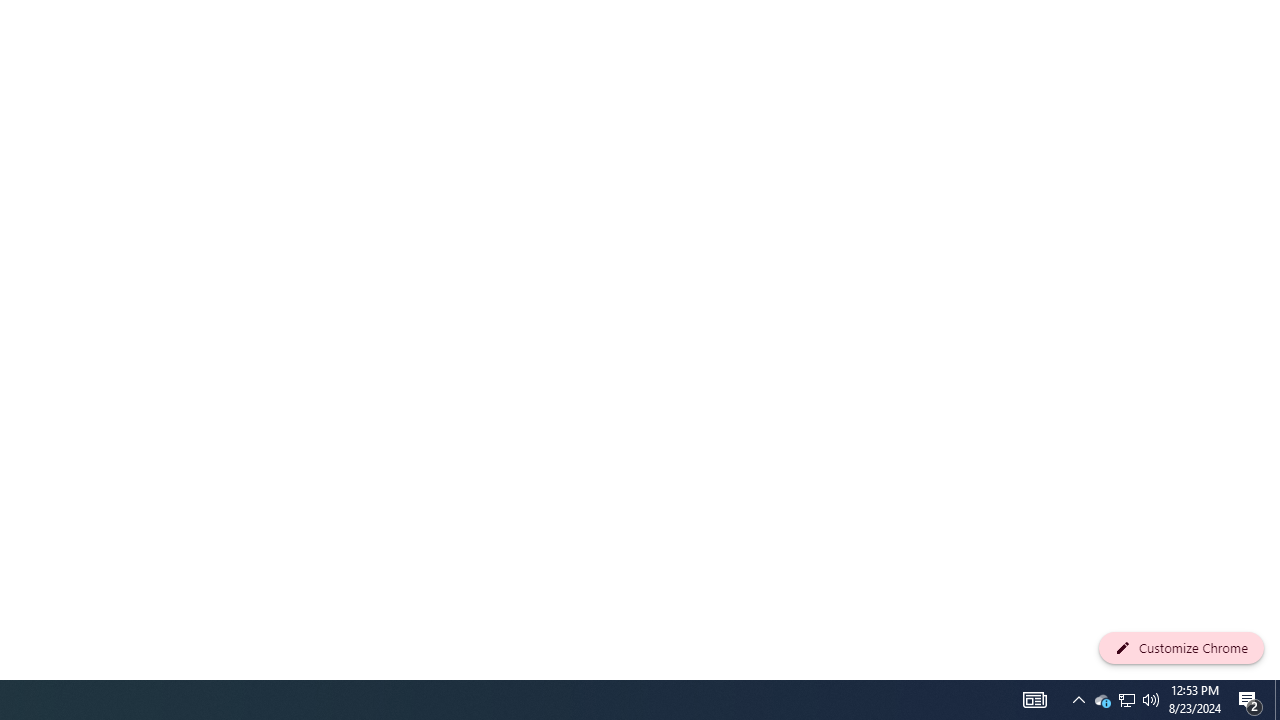 Image resolution: width=1280 pixels, height=720 pixels. What do you see at coordinates (1181, 648) in the screenshot?
I see `'Customize Chrome'` at bounding box center [1181, 648].